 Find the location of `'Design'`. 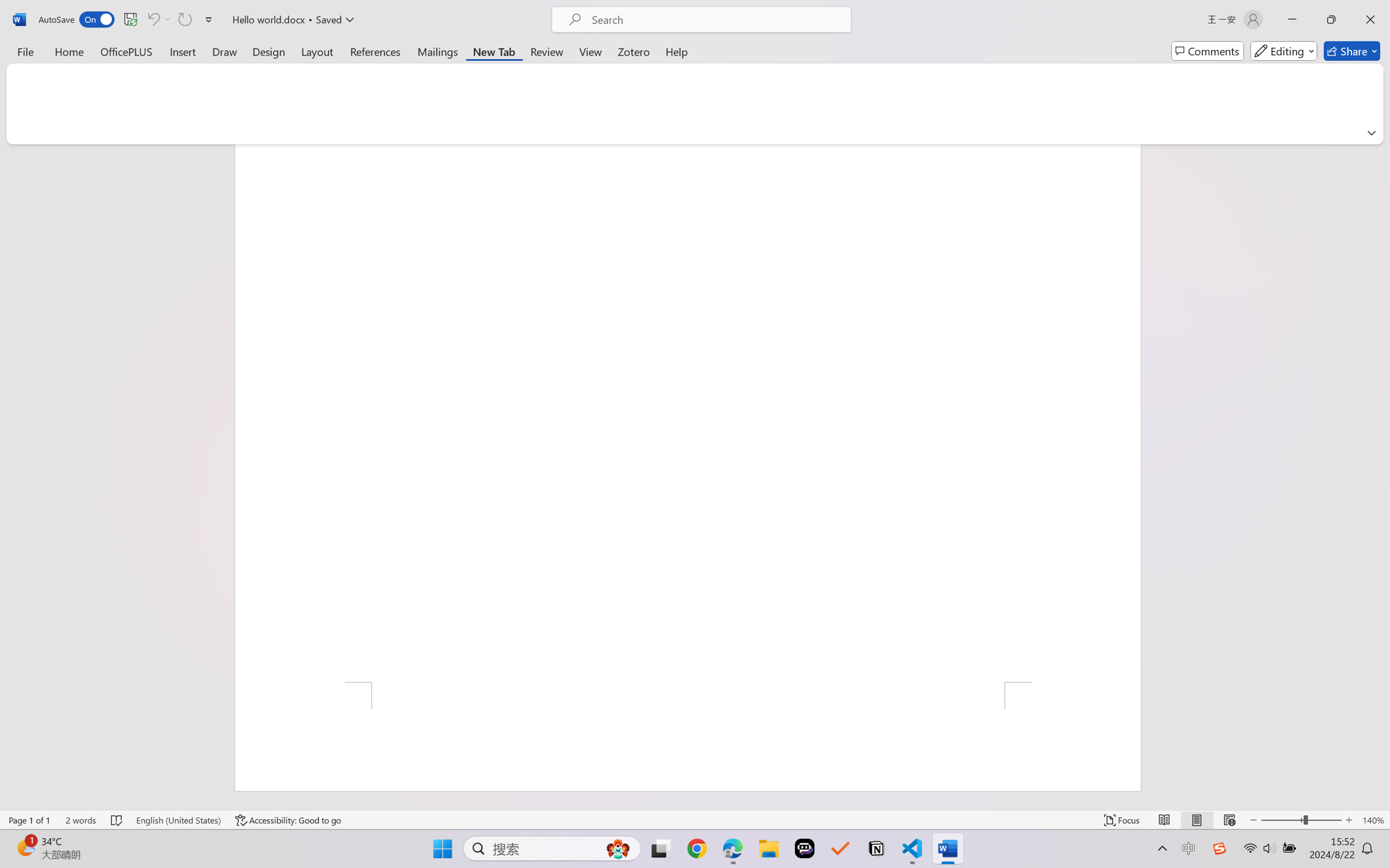

'Design' is located at coordinates (268, 51).